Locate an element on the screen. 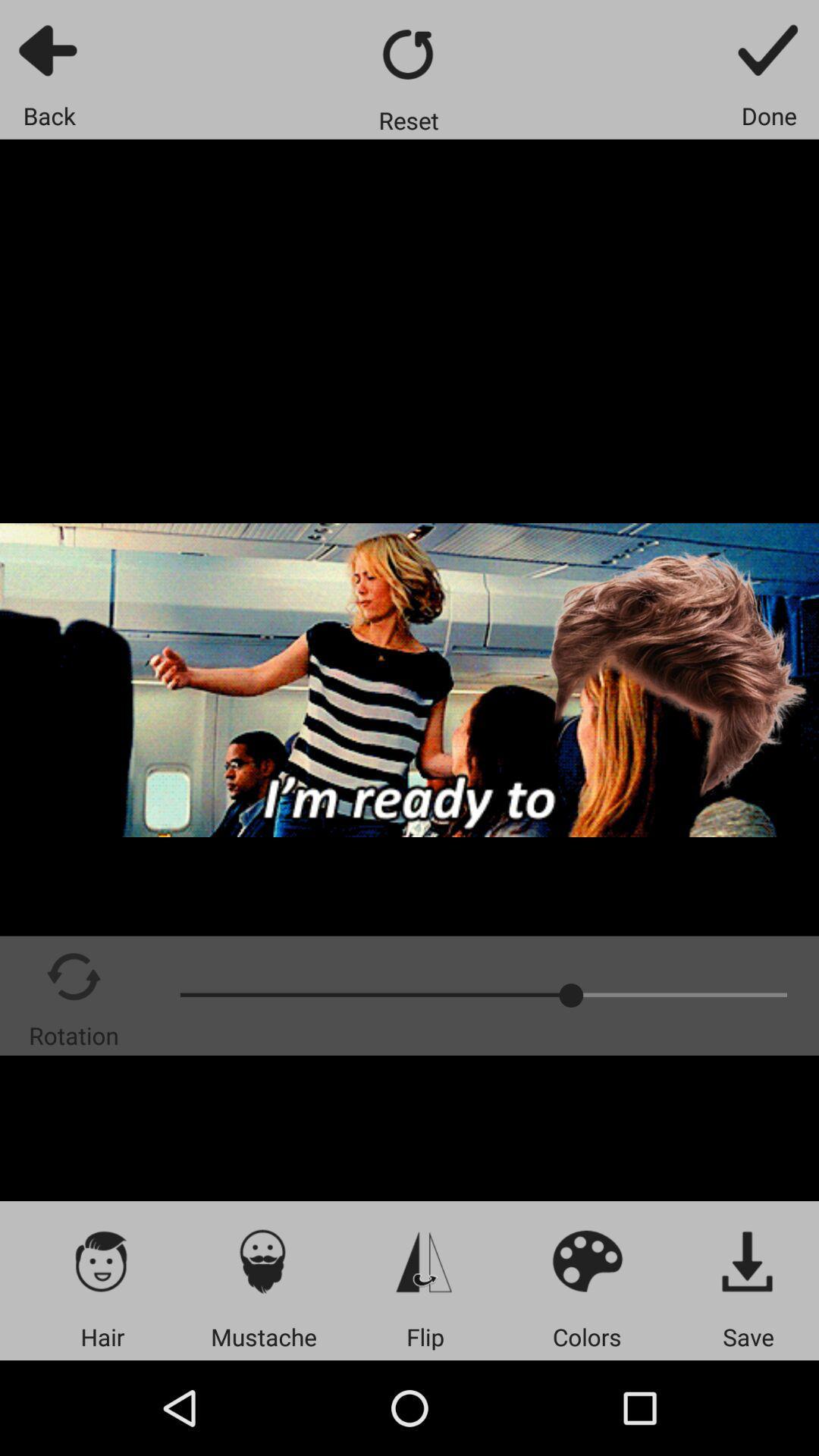  finish with your current edit is located at coordinates (769, 49).